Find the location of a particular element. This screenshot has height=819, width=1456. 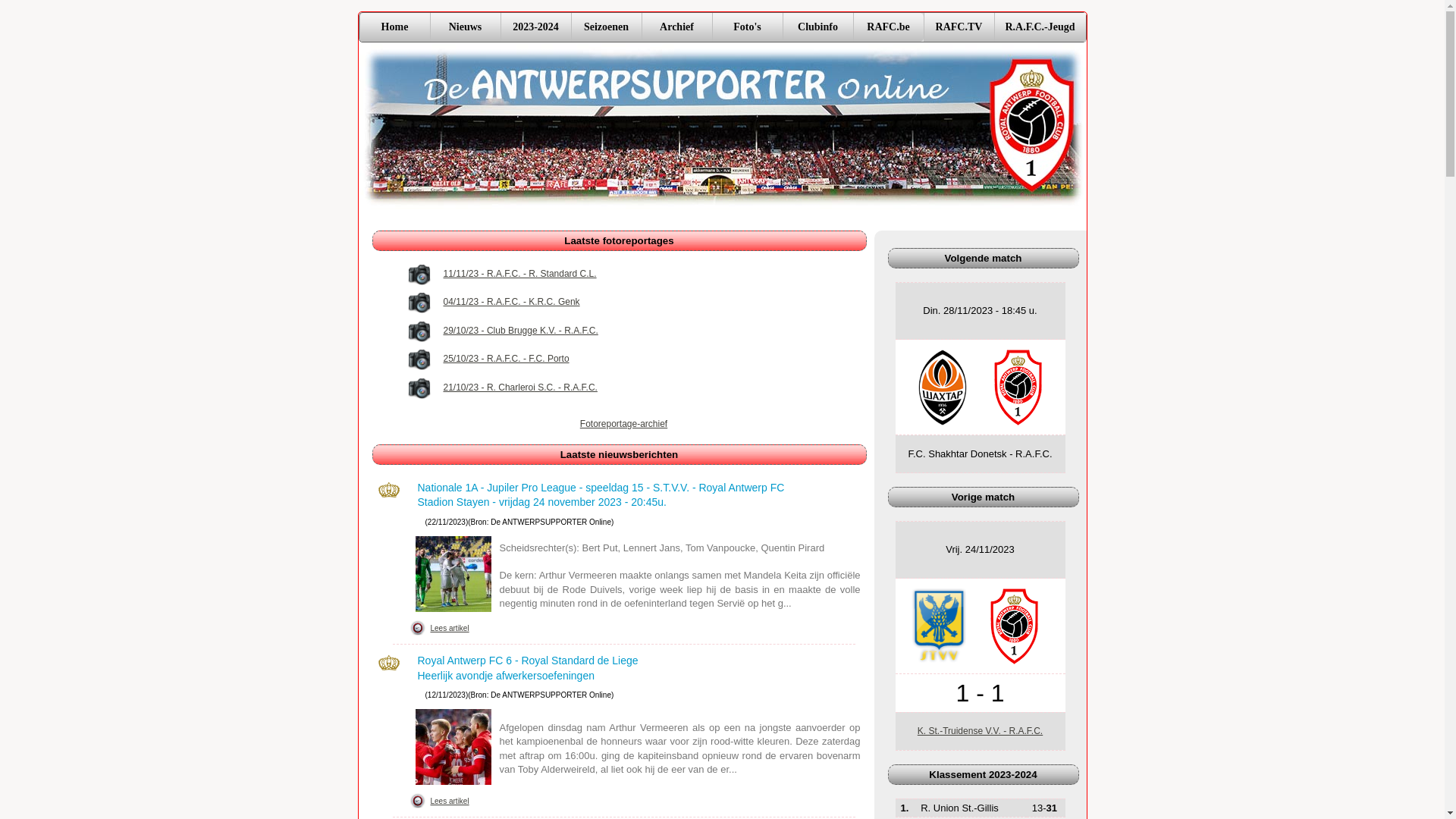

'Lees artikel' is located at coordinates (425, 800).